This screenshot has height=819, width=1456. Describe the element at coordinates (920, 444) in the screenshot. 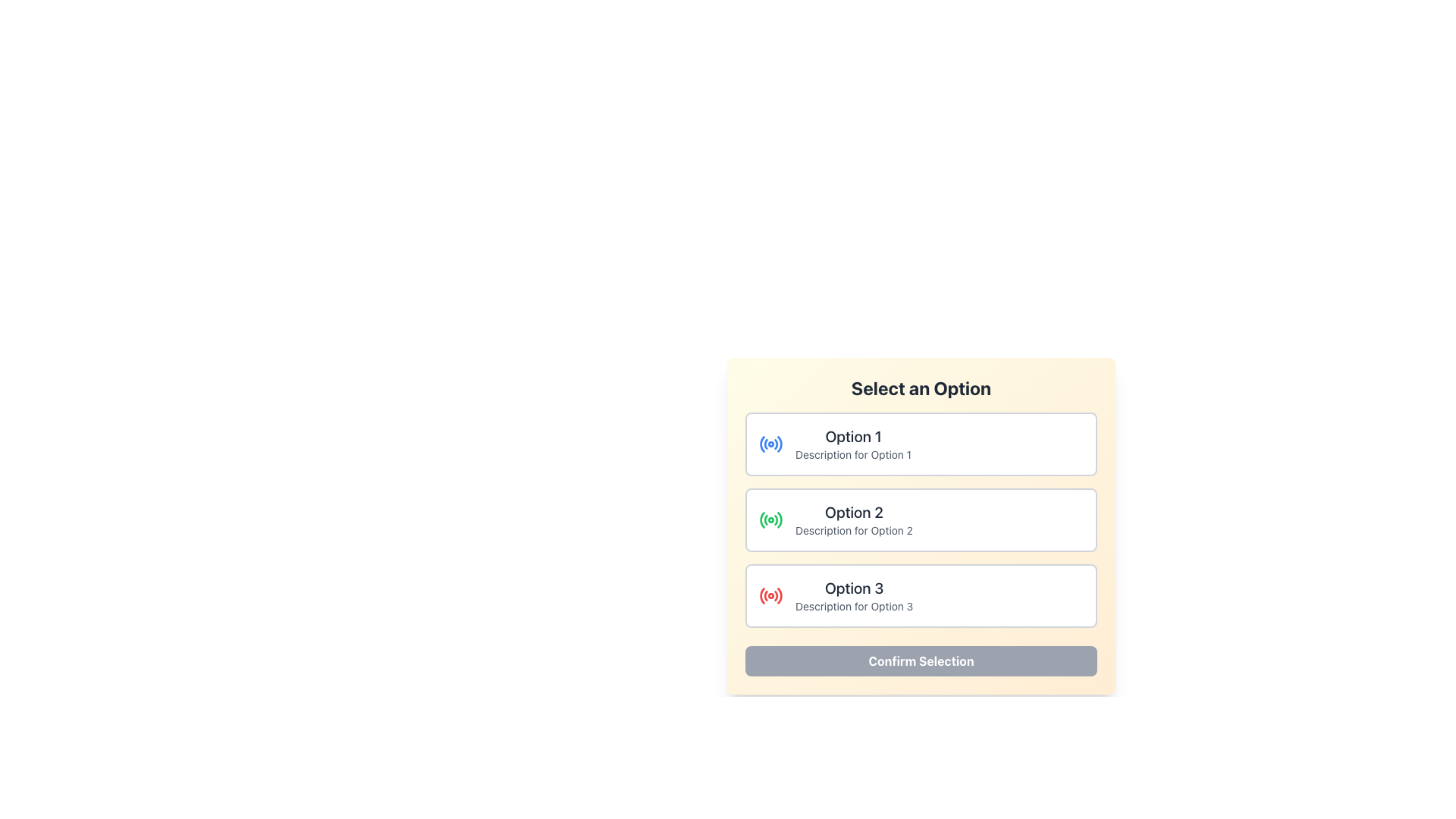

I see `the first selectable option labeled 'Option 1' in the list of choices under the title 'Select an Option'` at that location.